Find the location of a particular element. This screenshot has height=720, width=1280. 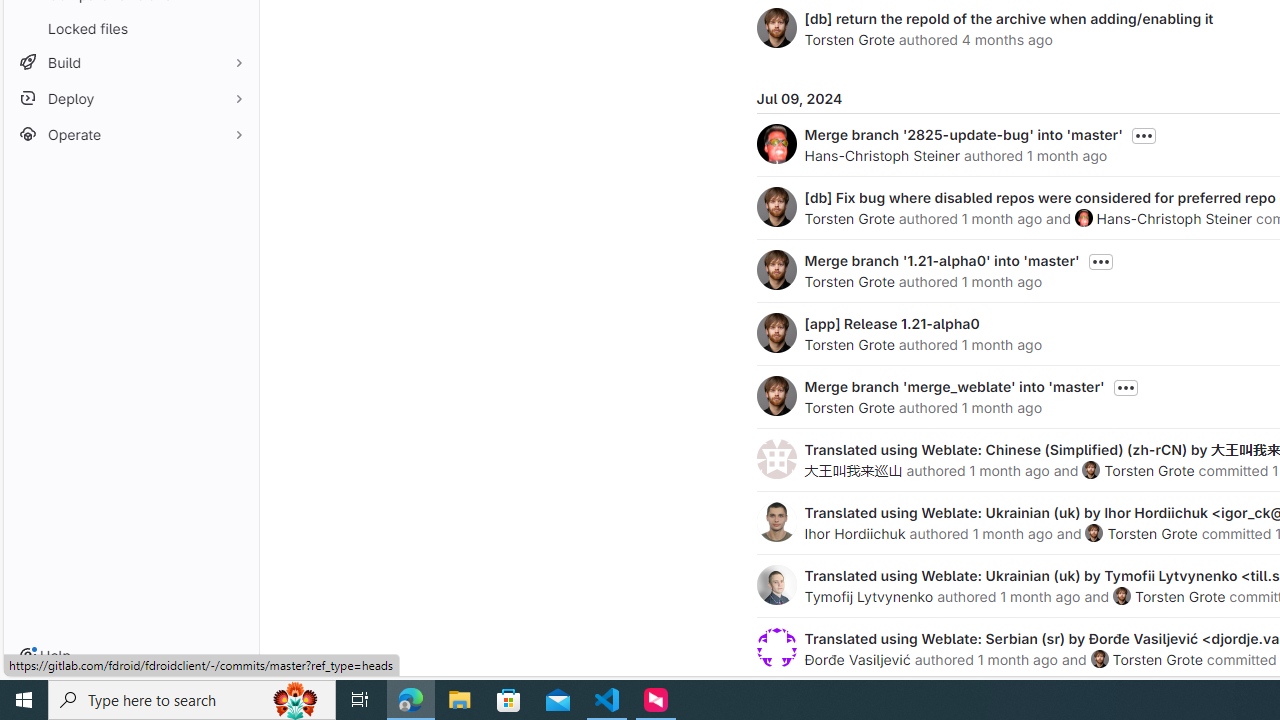

'Build' is located at coordinates (130, 61).